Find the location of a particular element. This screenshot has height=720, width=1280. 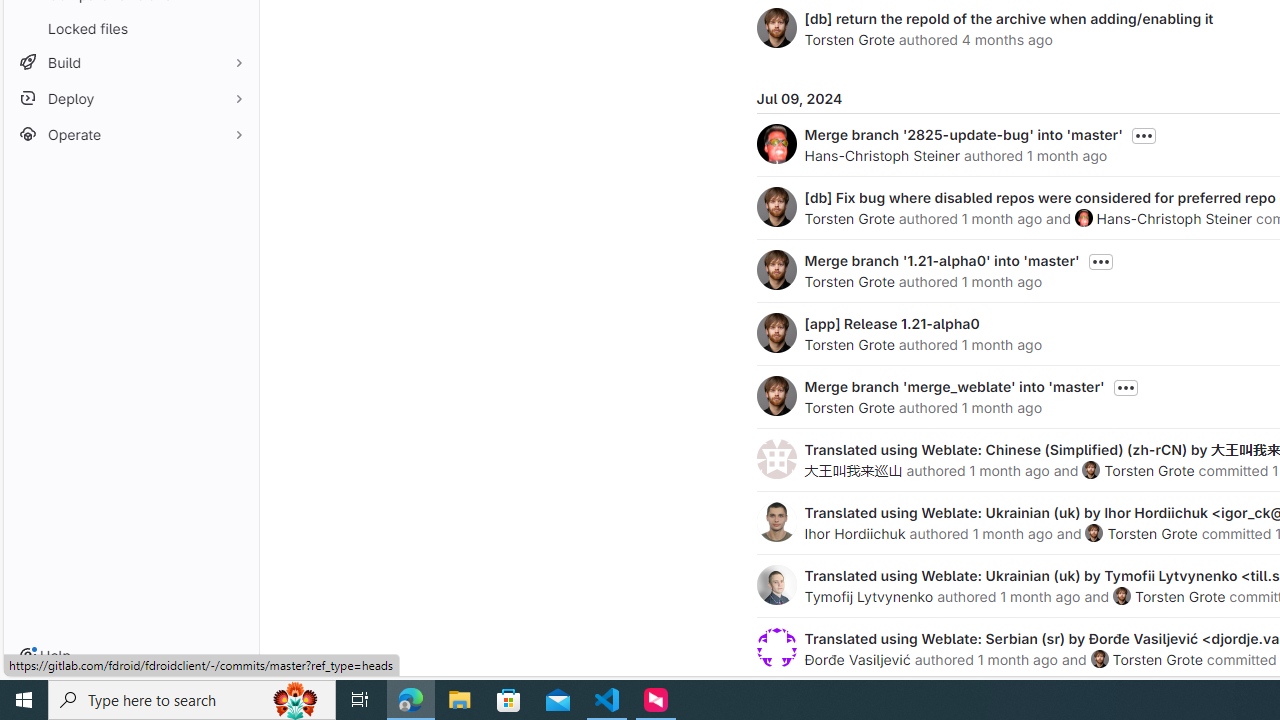

'Build' is located at coordinates (130, 61).